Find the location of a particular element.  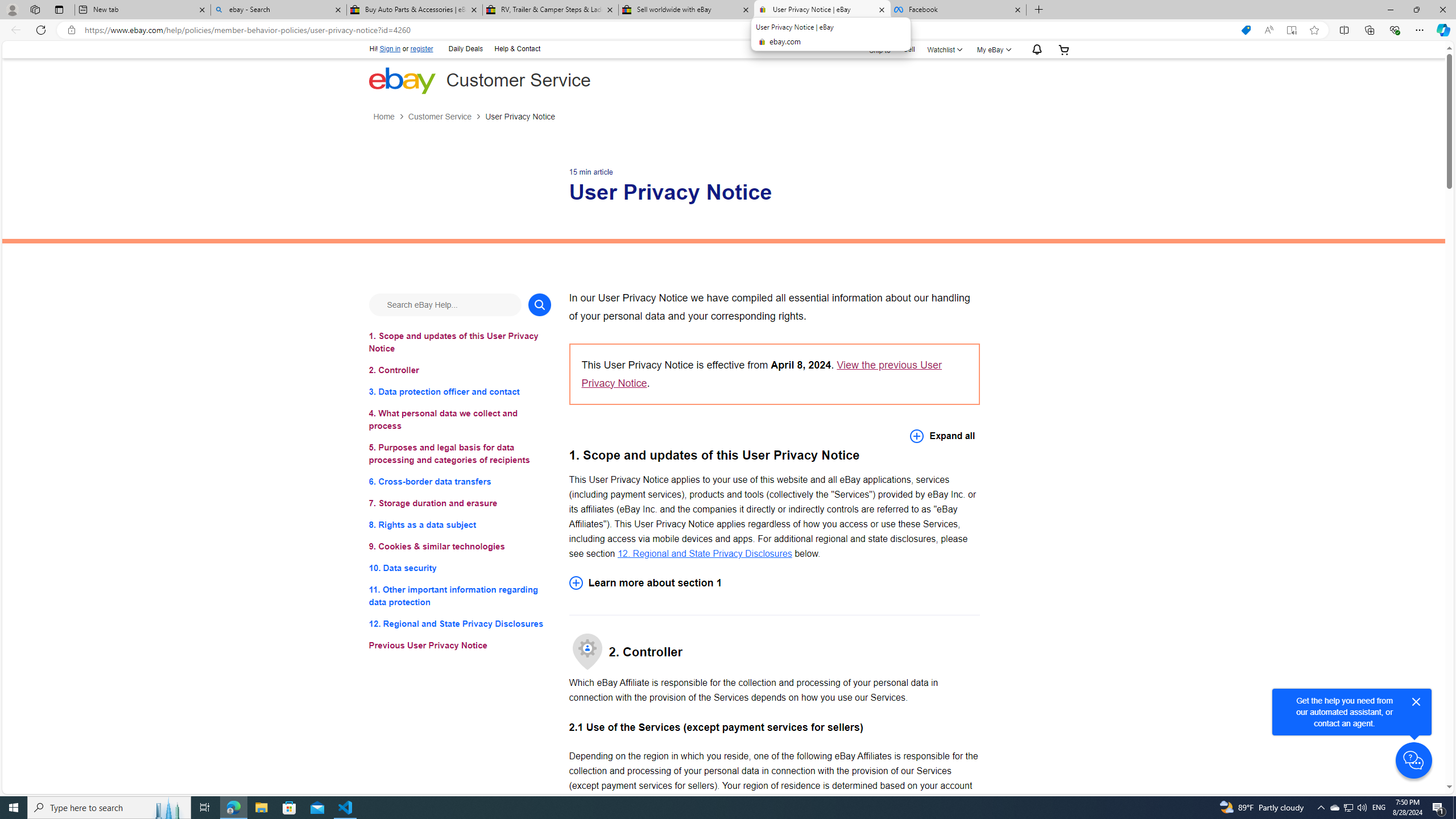

'Help & Contact' is located at coordinates (516, 48).